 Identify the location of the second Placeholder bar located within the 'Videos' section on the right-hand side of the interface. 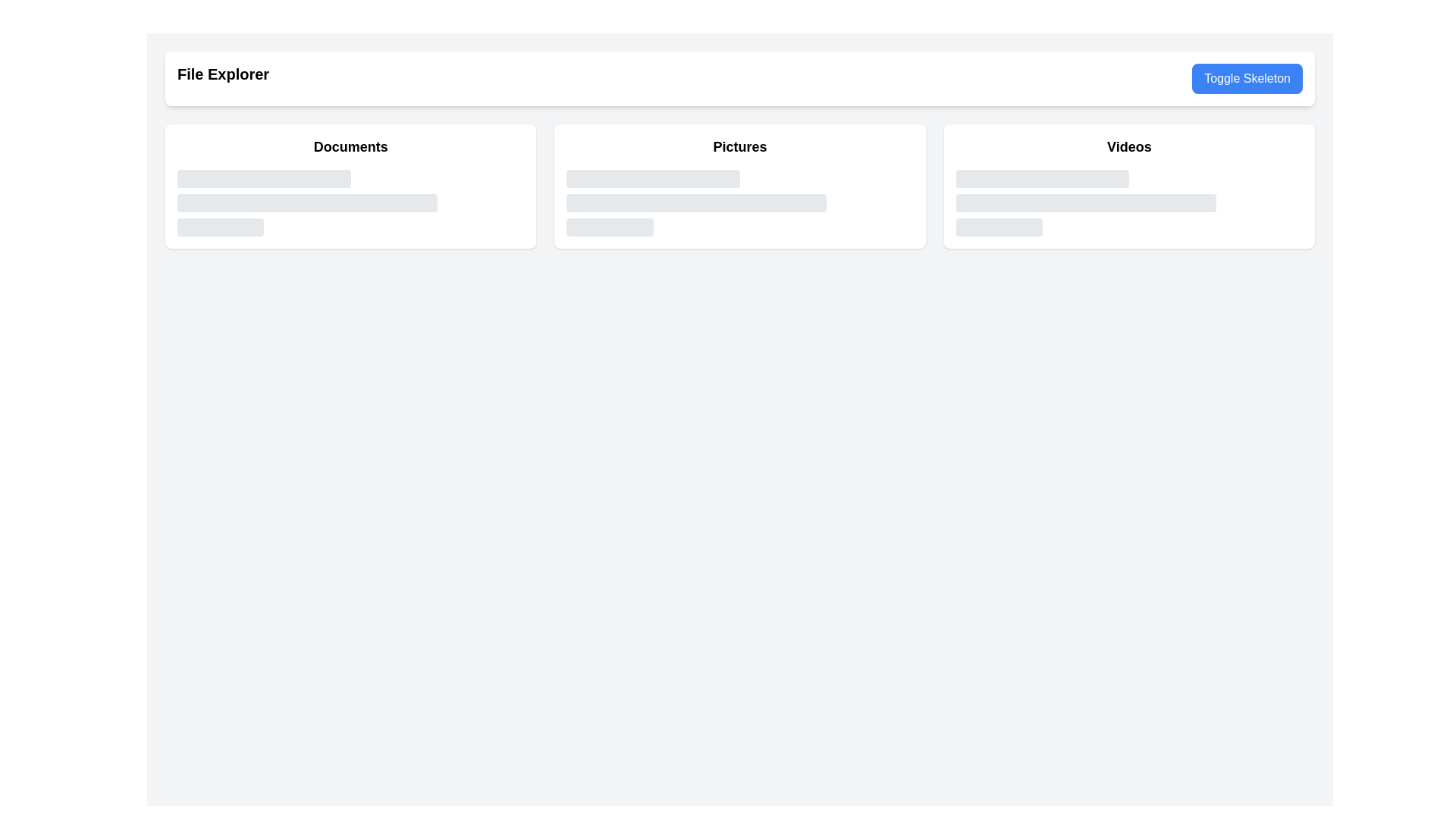
(1085, 202).